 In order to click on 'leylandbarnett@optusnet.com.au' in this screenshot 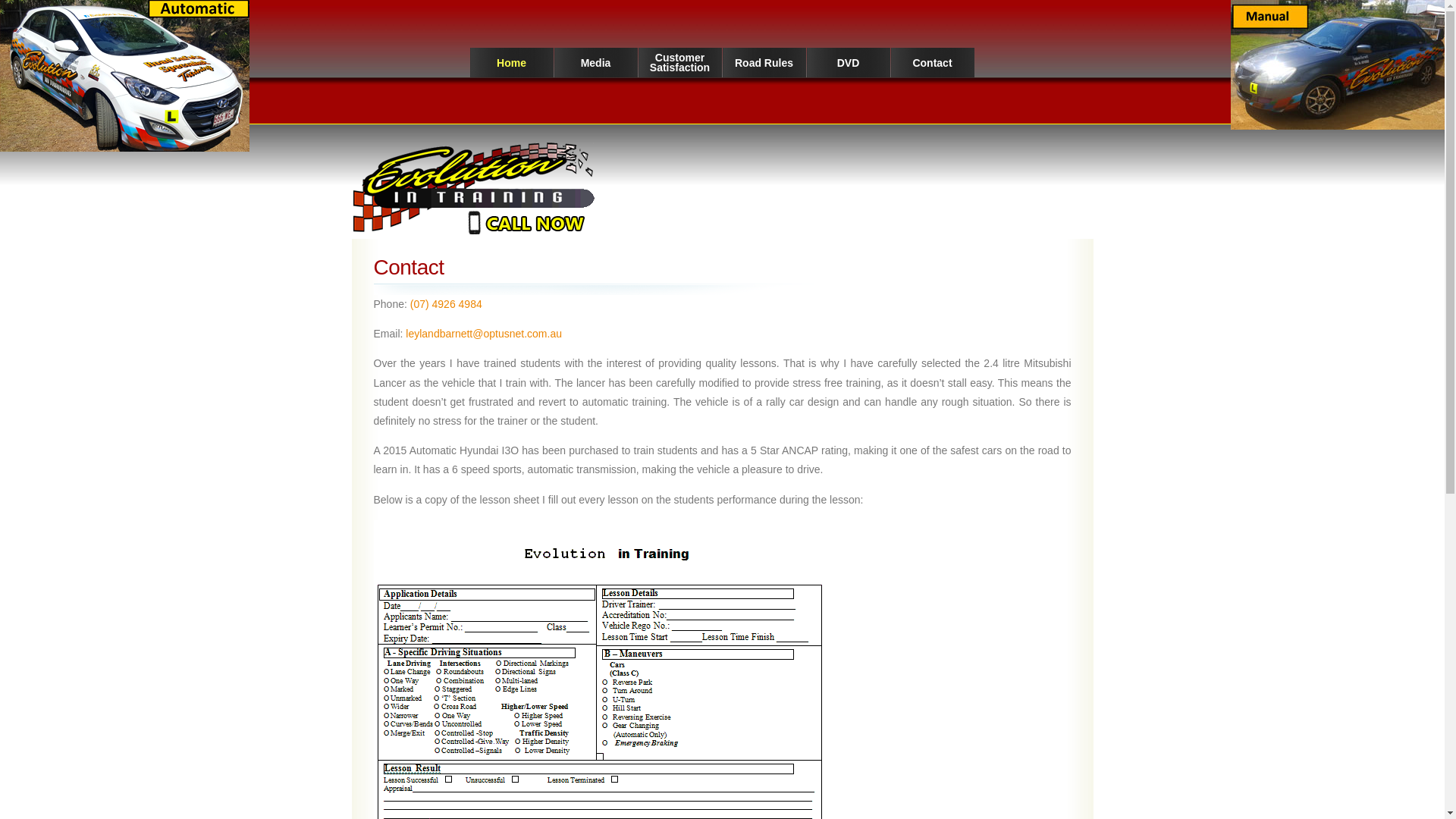, I will do `click(405, 332)`.